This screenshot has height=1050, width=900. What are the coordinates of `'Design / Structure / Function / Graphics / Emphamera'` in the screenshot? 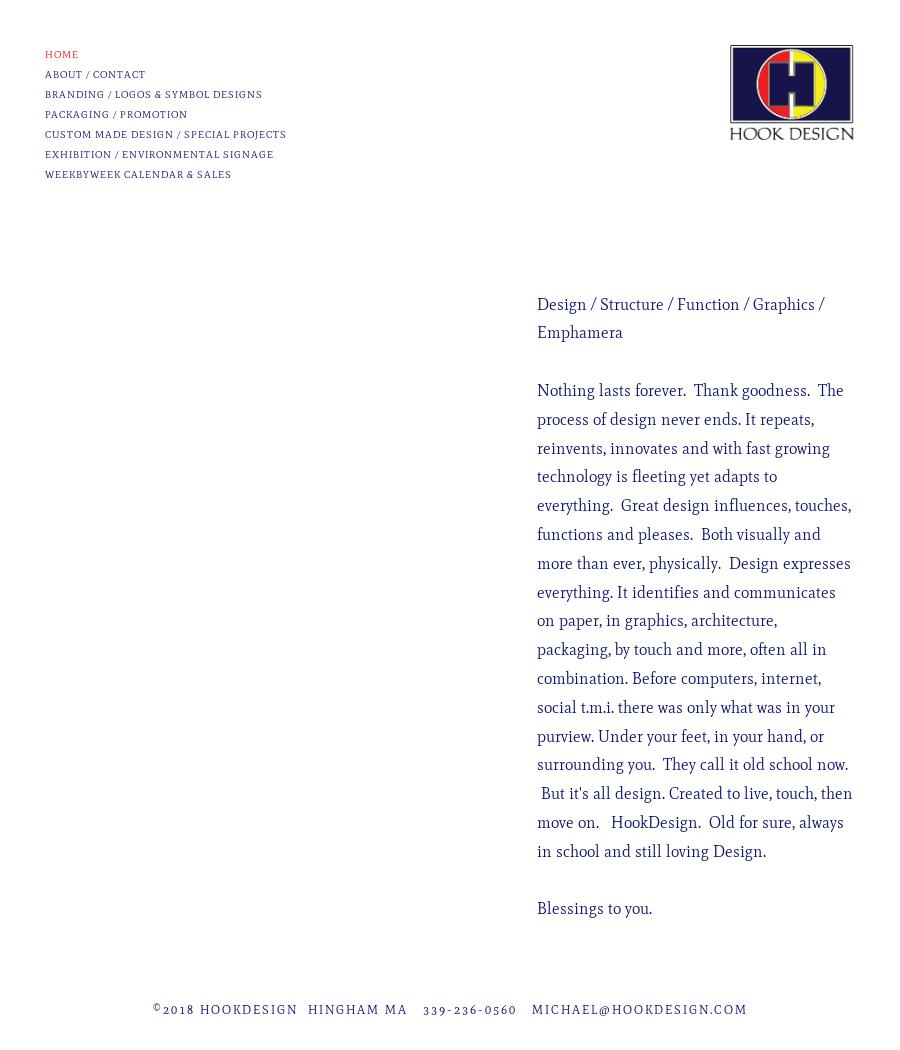 It's located at (679, 318).